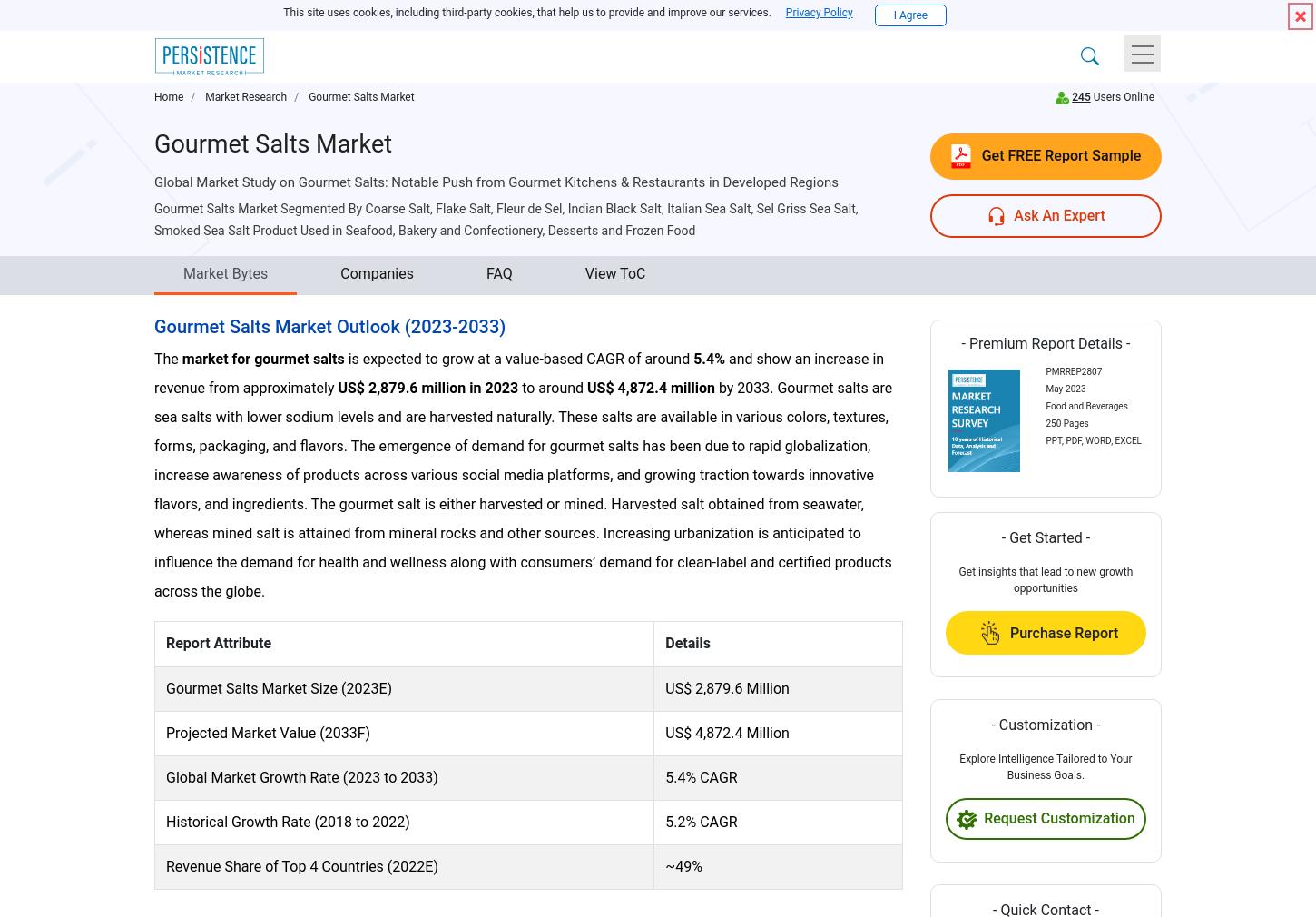 The height and width of the screenshot is (917, 1316). What do you see at coordinates (279, 686) in the screenshot?
I see `'Gourmet Salts Market Size (2023E)'` at bounding box center [279, 686].